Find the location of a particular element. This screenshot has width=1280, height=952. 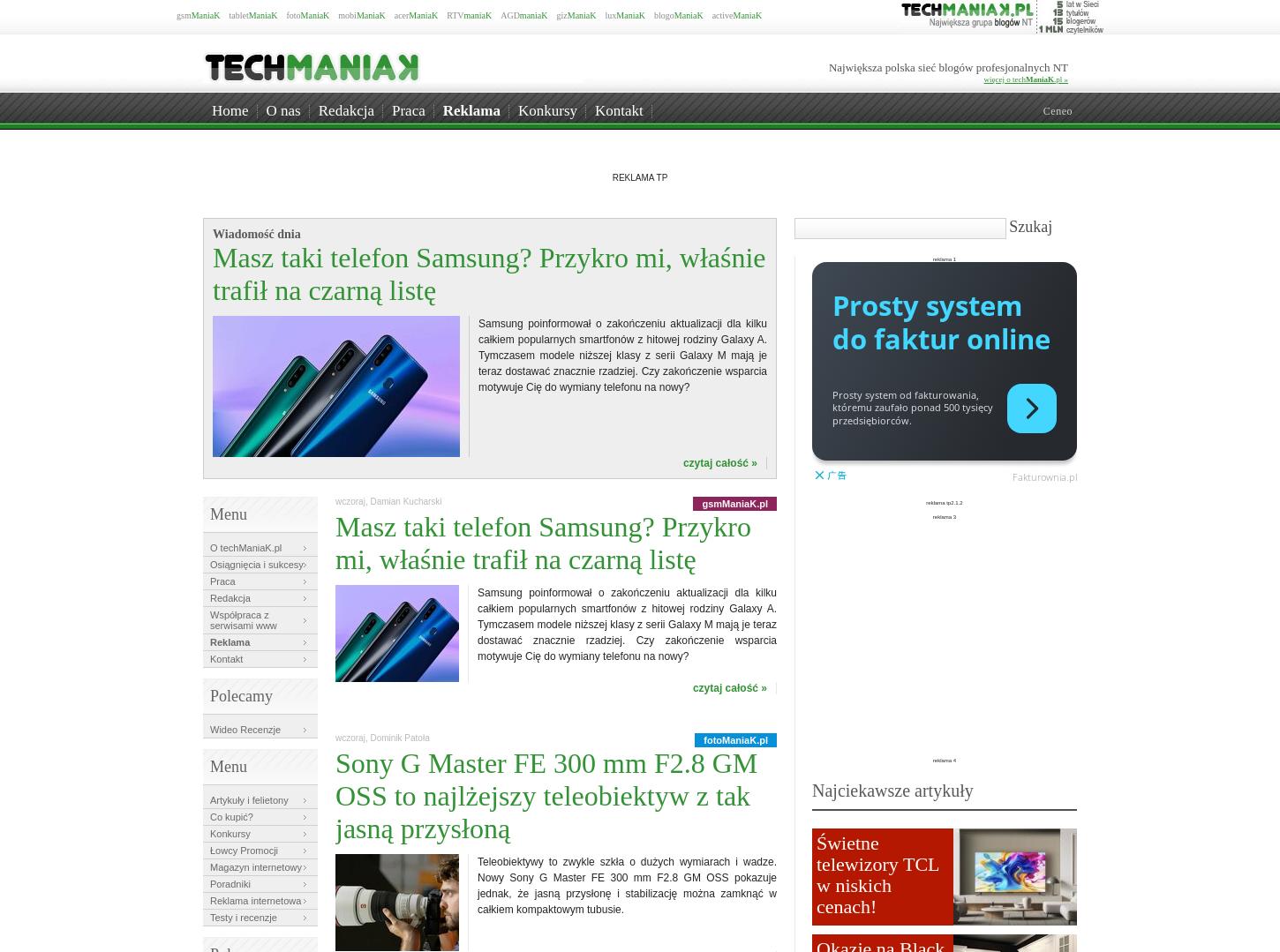

'REKLAMA TP' is located at coordinates (610, 177).